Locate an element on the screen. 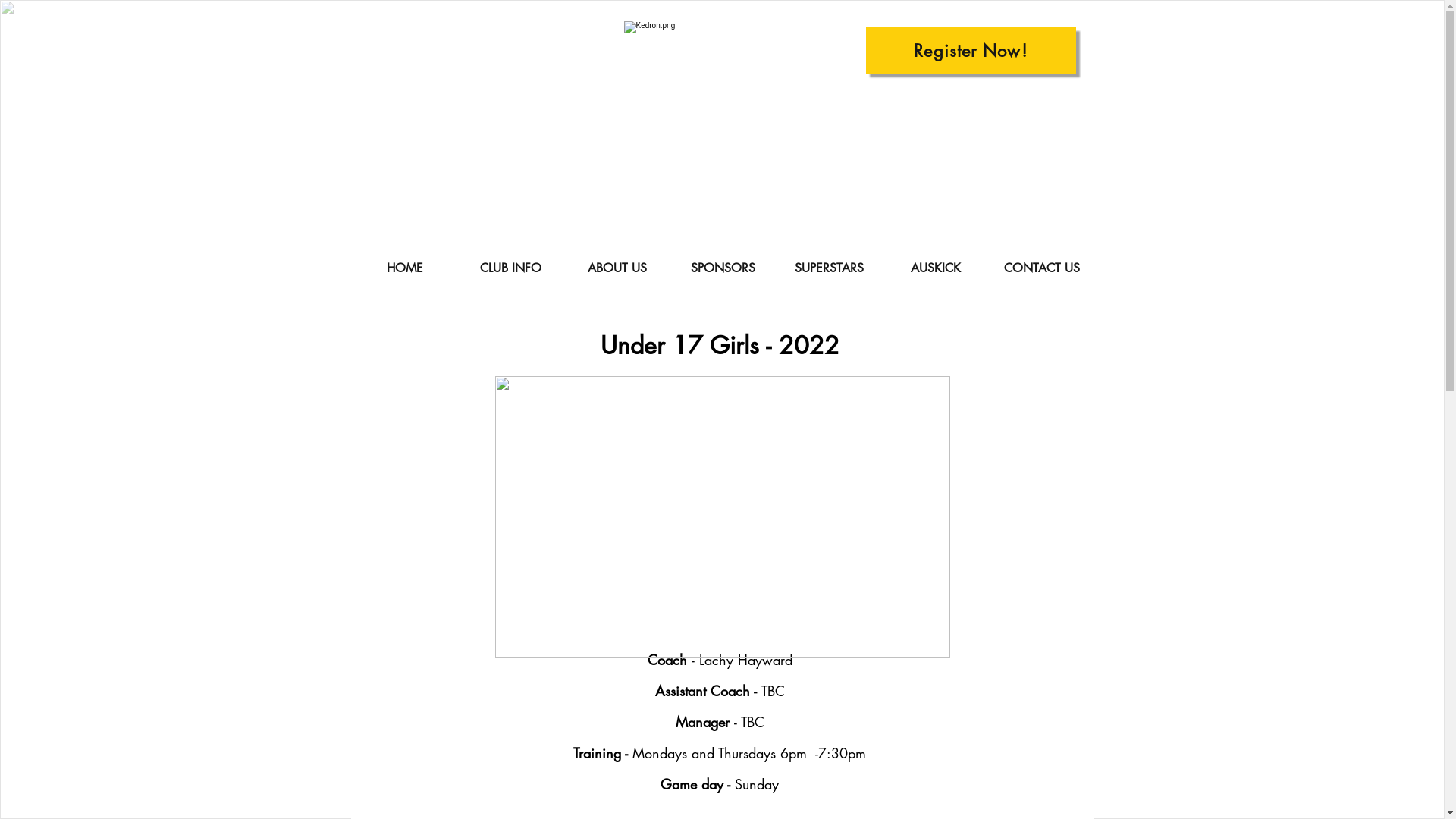 The height and width of the screenshot is (819, 1456). 'SPONSORS' is located at coordinates (723, 268).